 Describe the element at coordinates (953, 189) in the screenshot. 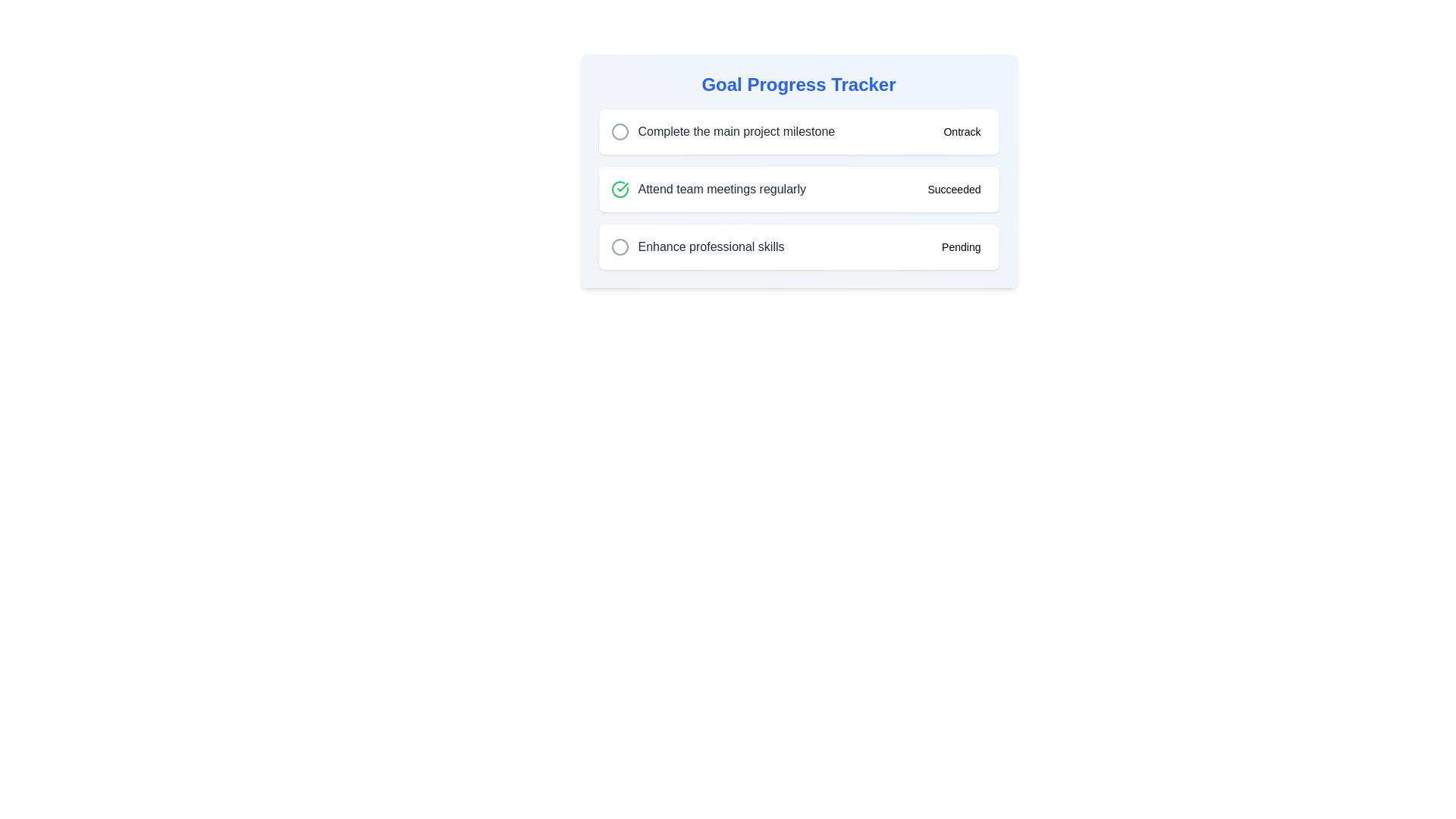

I see `the status badge indicating successful completion of the task 'Attend team meetings regularly' located in the second row of a vertical list` at that location.